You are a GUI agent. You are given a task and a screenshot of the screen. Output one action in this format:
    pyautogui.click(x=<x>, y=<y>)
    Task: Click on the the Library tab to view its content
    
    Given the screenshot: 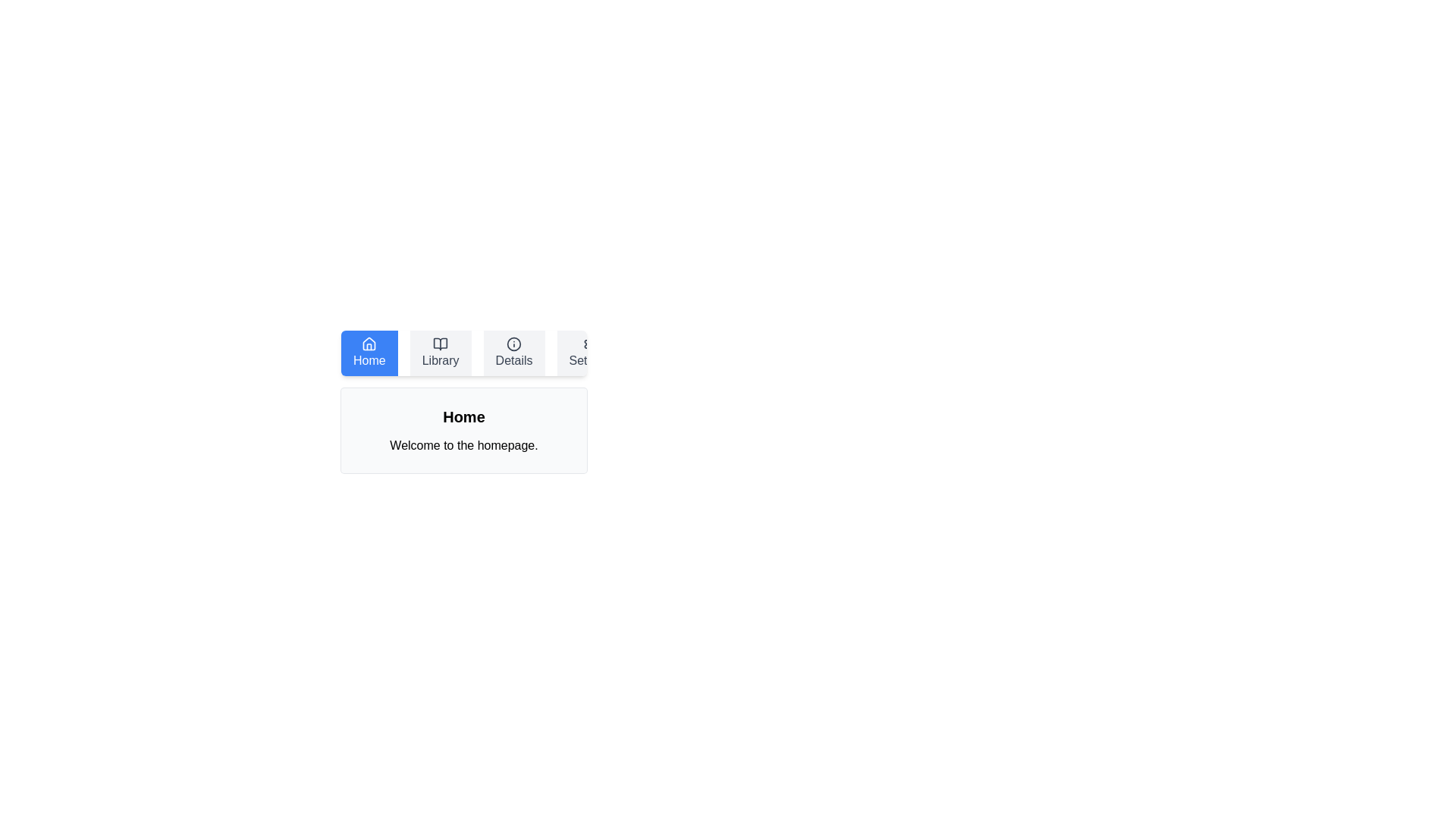 What is the action you would take?
    pyautogui.click(x=440, y=353)
    